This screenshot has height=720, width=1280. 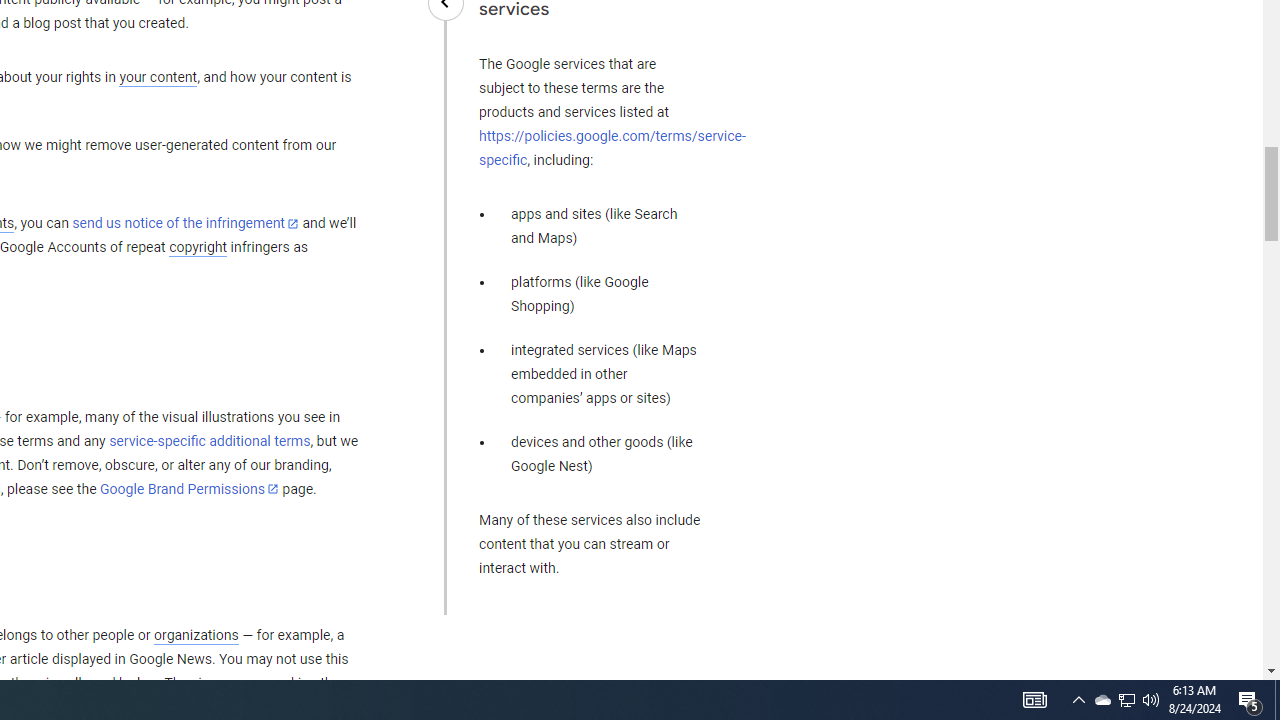 What do you see at coordinates (196, 635) in the screenshot?
I see `'organizations'` at bounding box center [196, 635].